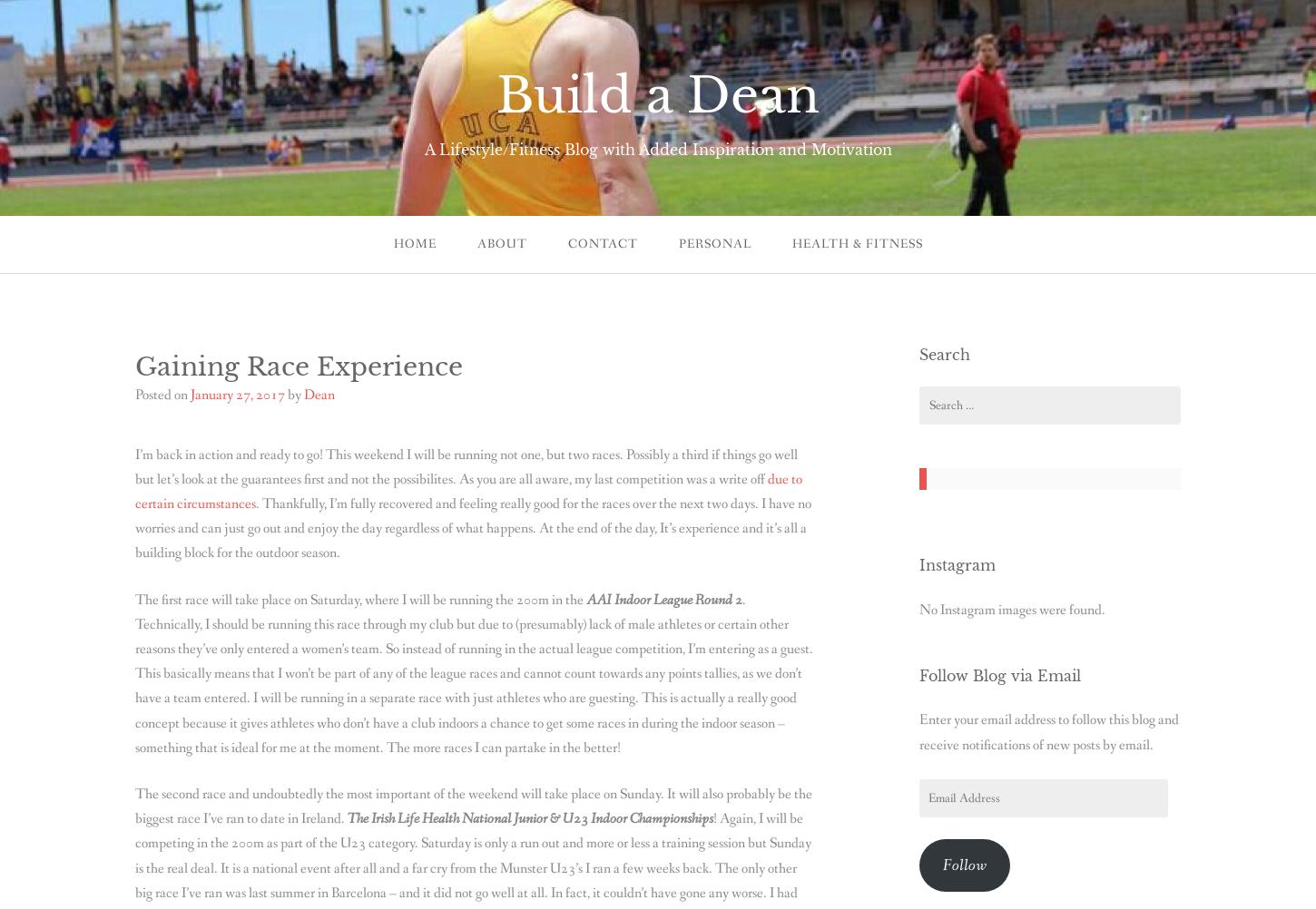 The image size is (1316, 909). What do you see at coordinates (530, 818) in the screenshot?
I see `'The Irish Life Health National Junior & U23 Indoor Championships'` at bounding box center [530, 818].